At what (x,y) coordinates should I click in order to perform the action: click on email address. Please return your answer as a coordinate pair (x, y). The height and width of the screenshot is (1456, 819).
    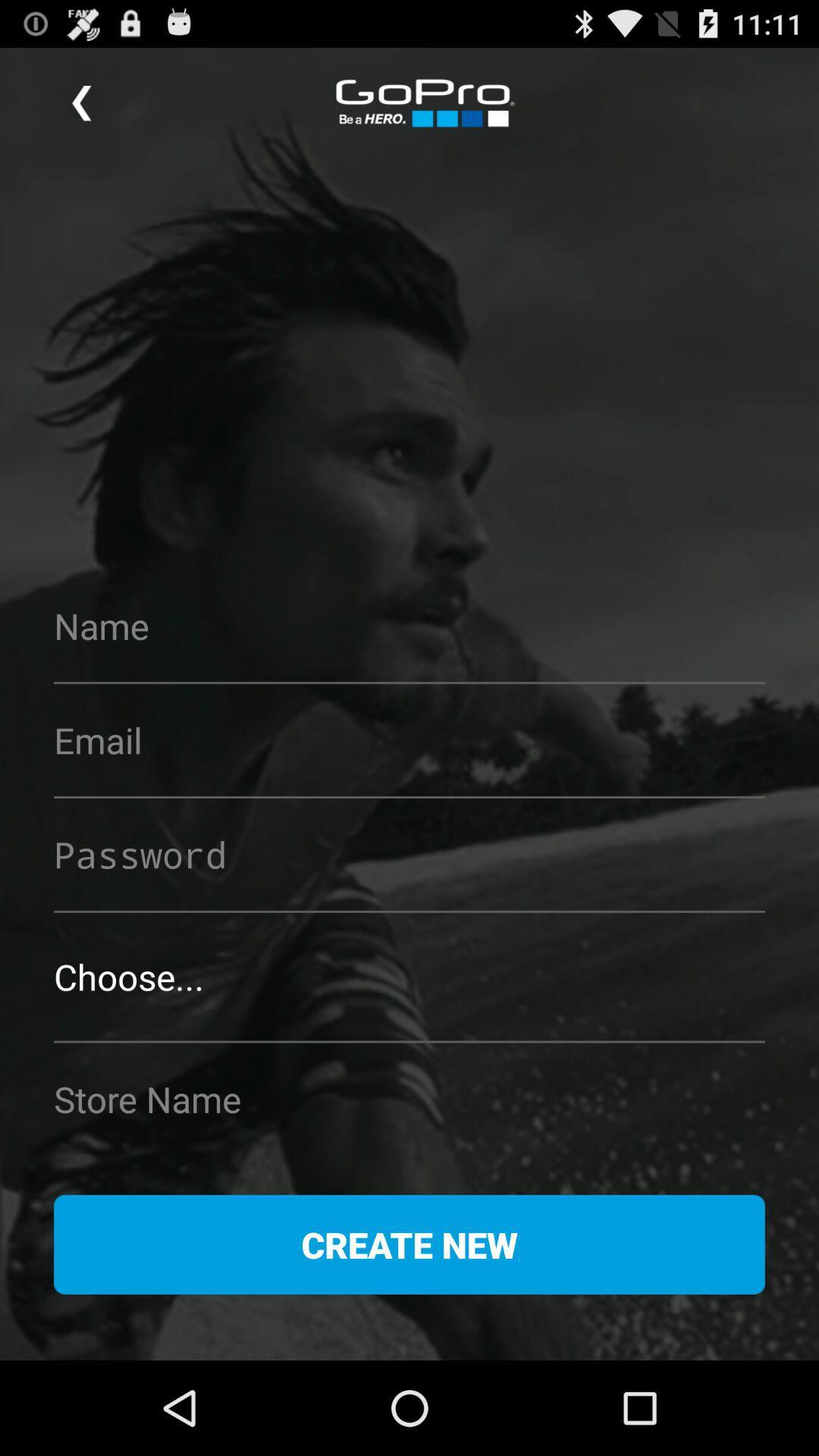
    Looking at the image, I should click on (409, 740).